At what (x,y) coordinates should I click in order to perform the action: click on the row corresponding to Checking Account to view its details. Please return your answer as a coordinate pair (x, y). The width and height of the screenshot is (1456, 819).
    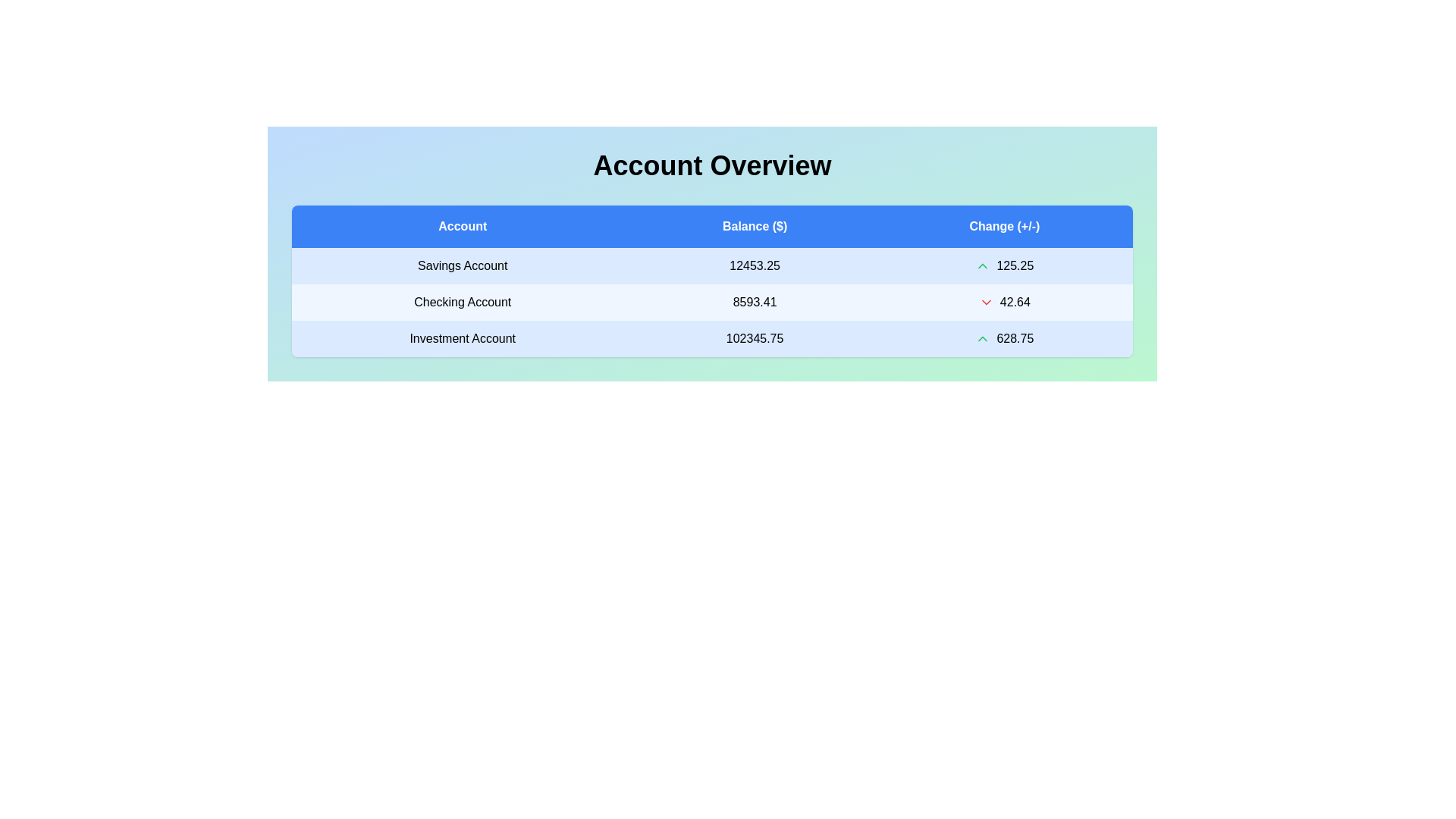
    Looking at the image, I should click on (462, 302).